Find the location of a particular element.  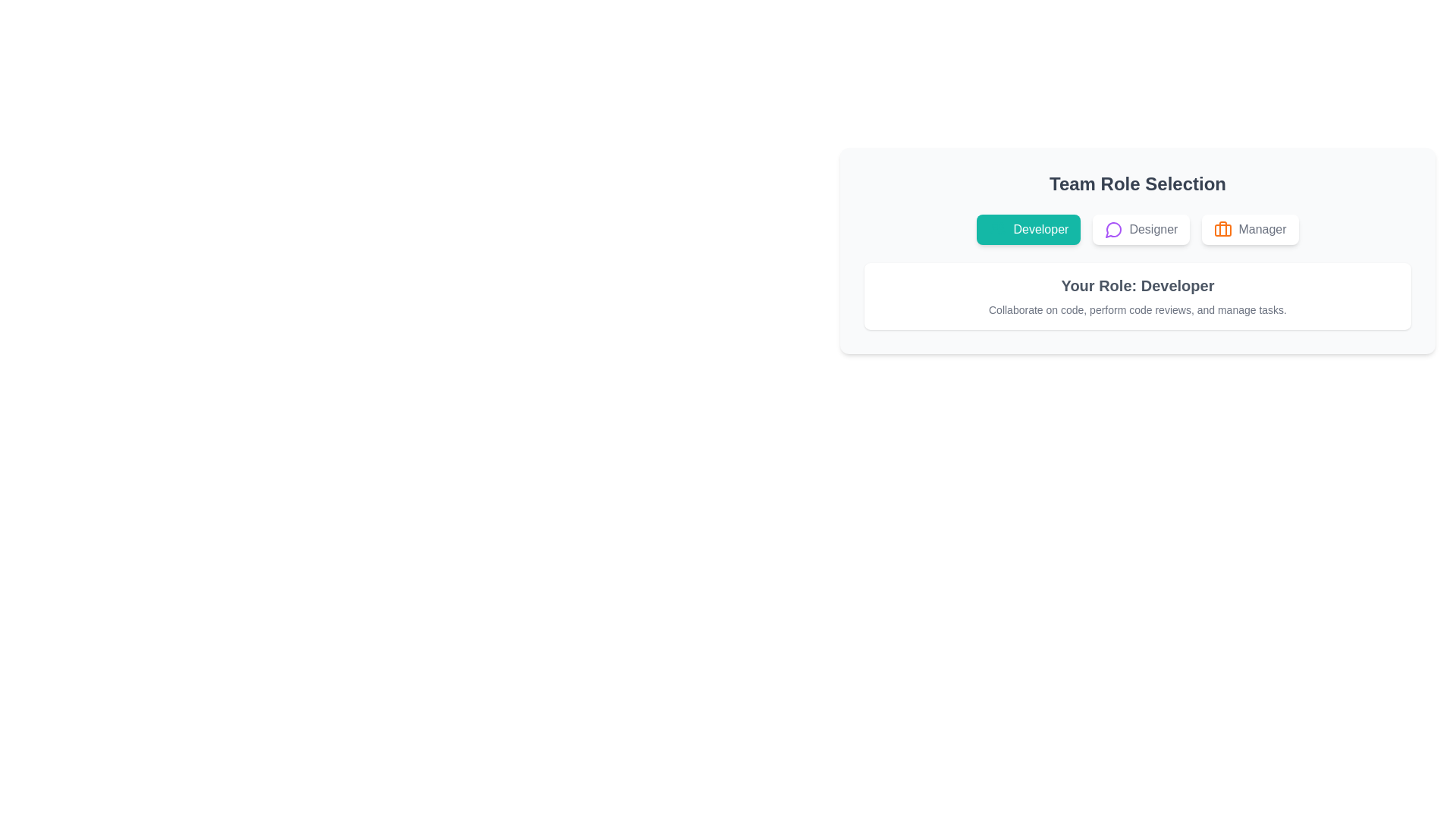

the second pill-shaped button in the row of three buttons labeled 'Team Role Selection' is located at coordinates (1137, 230).